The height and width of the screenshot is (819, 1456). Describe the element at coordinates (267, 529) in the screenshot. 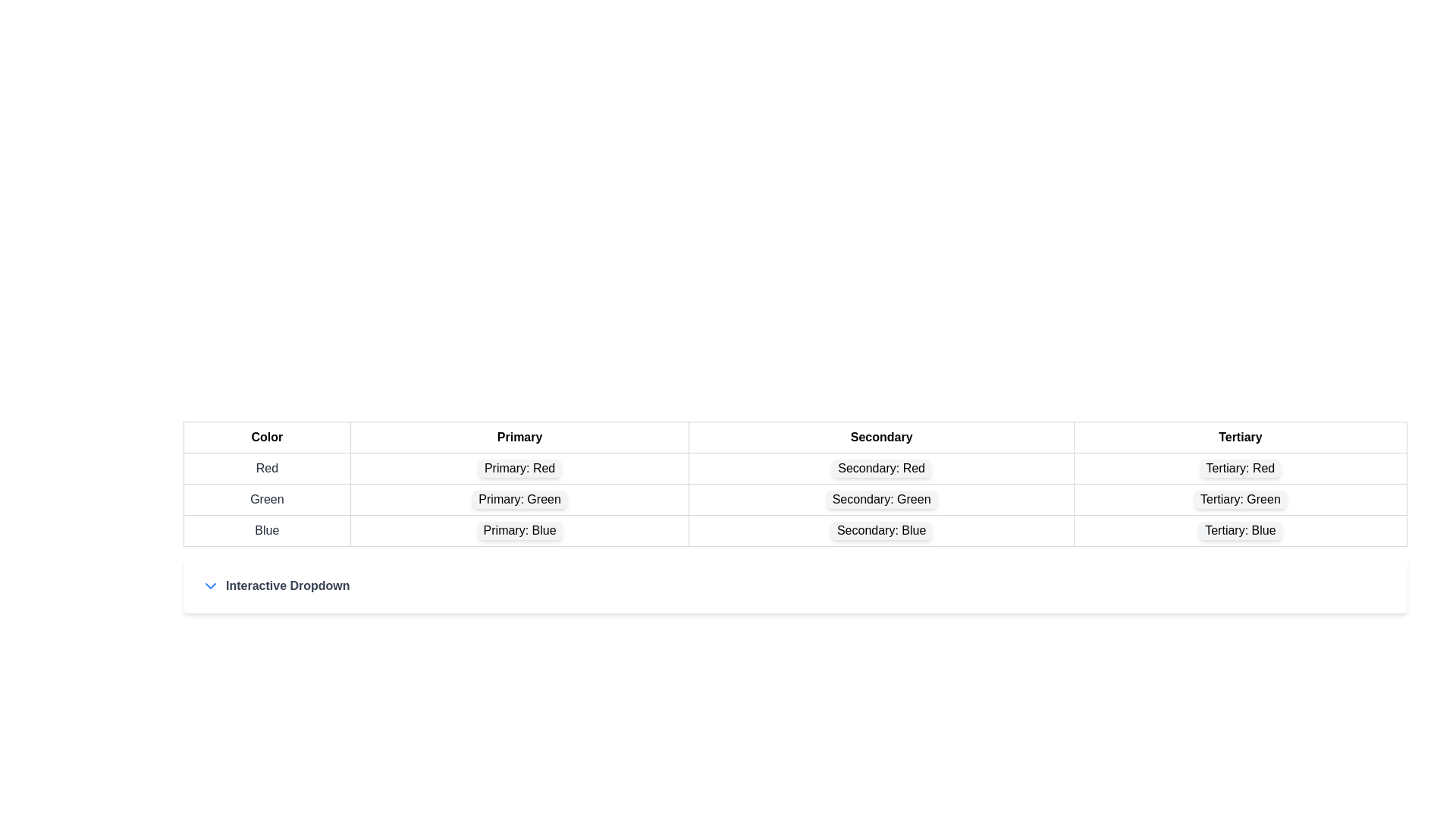

I see `the Static Text Label displaying the word 'Blue', which is located in the third row of the table under the 'Color' column` at that location.